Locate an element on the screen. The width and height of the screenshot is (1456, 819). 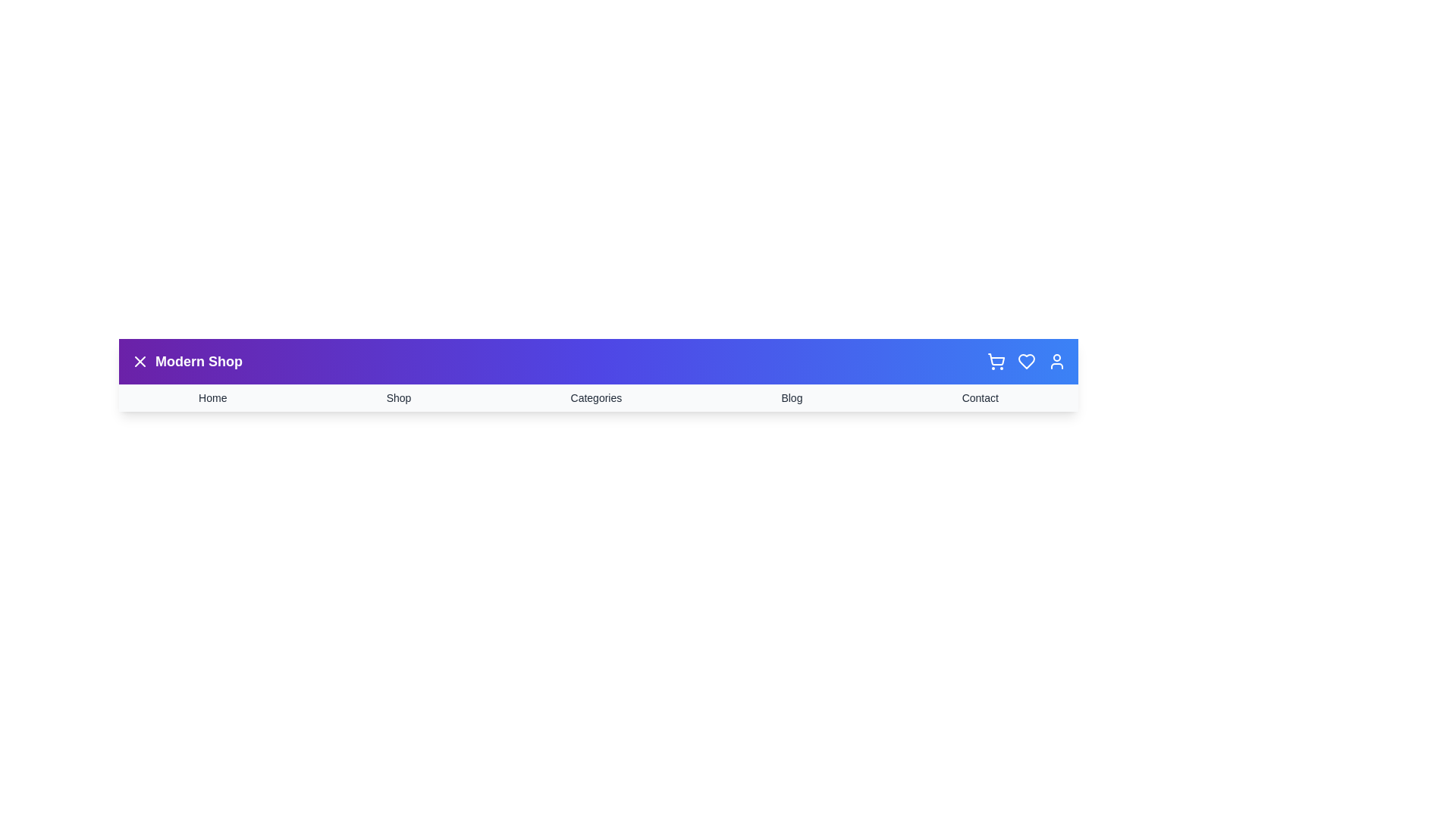
the Categories menu item in the navigation bar is located at coordinates (595, 397).